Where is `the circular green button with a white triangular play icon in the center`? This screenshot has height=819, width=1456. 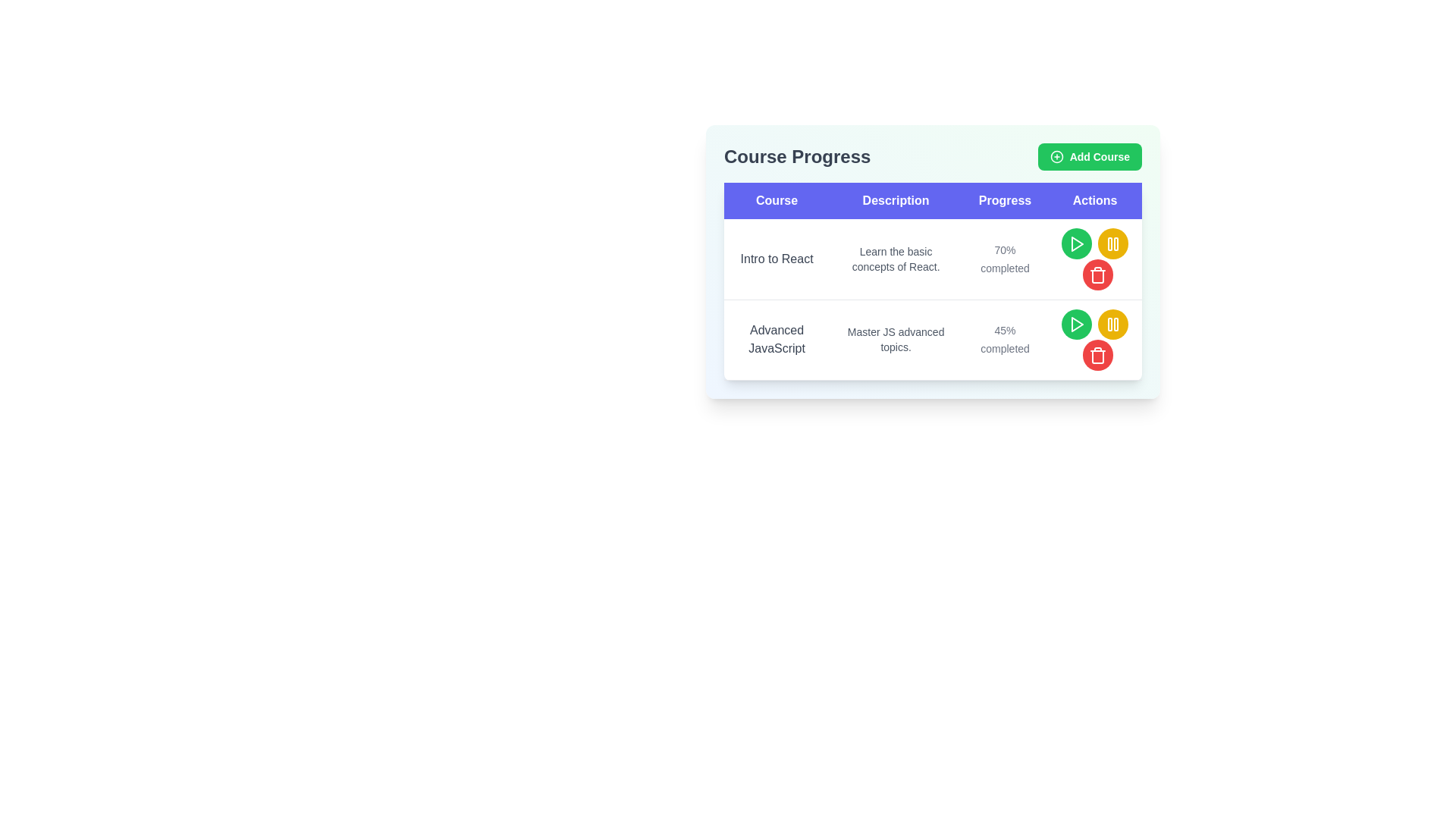
the circular green button with a white triangular play icon in the center is located at coordinates (1076, 243).